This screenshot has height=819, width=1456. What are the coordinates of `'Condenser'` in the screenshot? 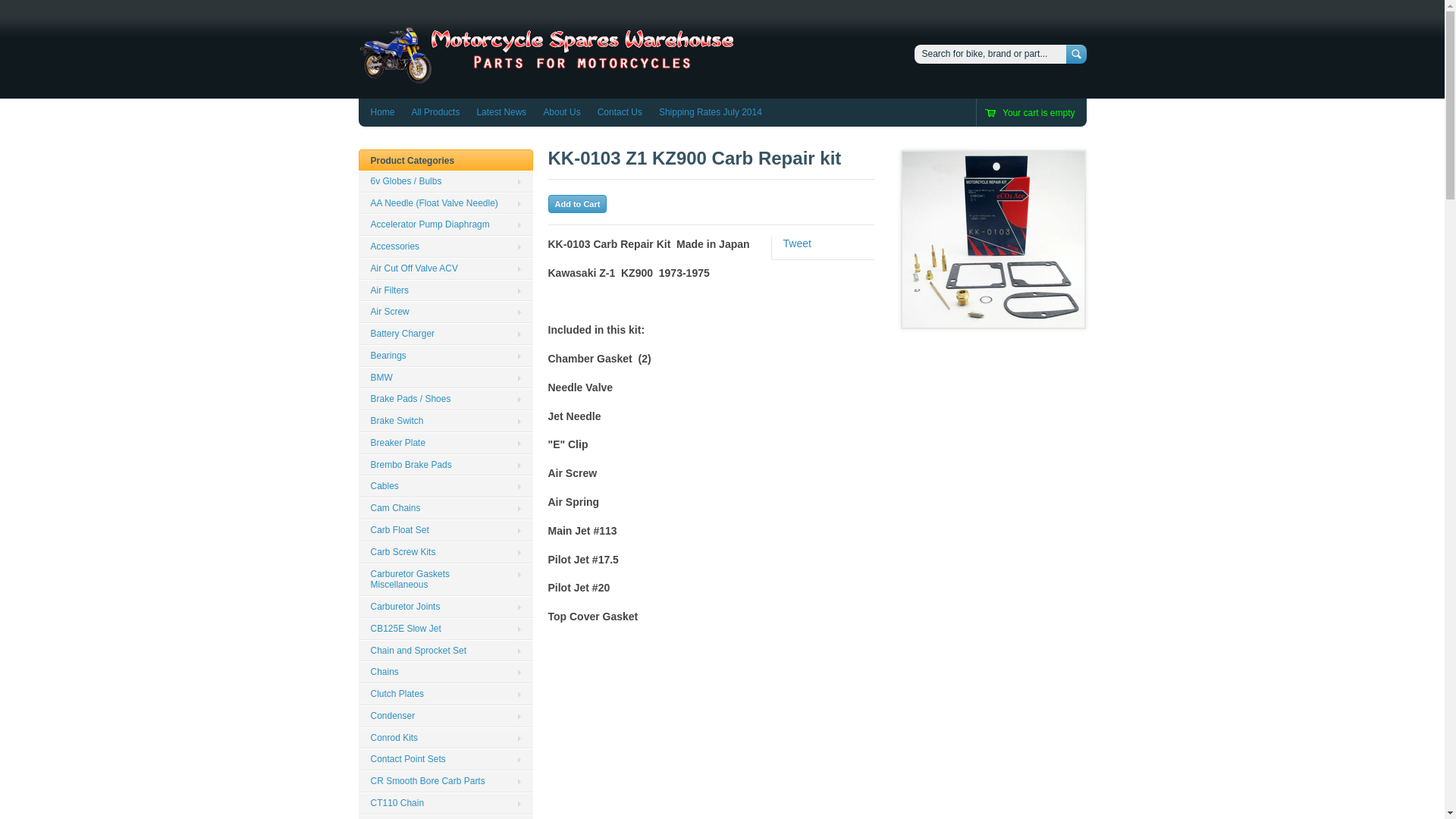 It's located at (444, 716).